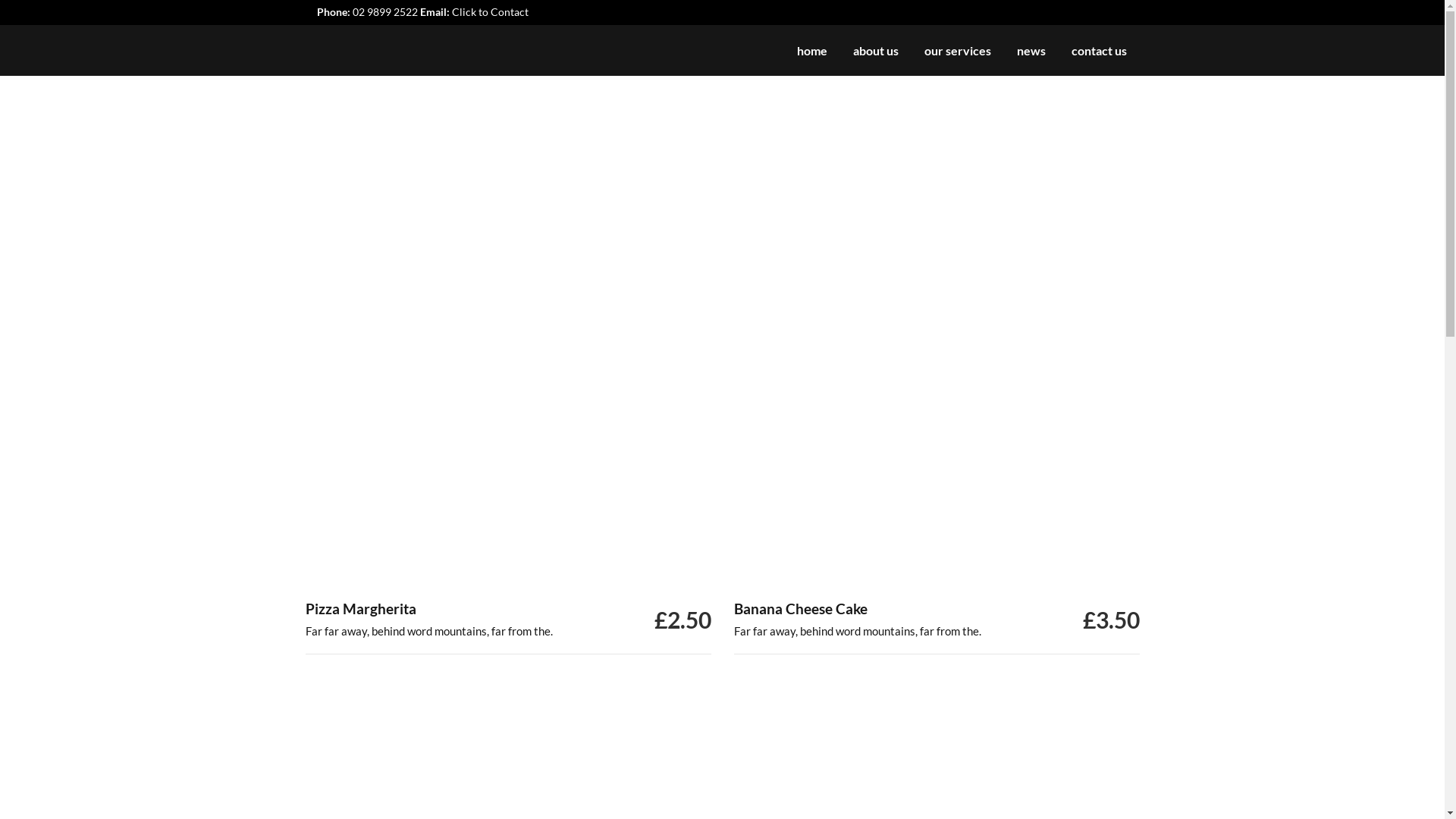 The image size is (1456, 819). Describe the element at coordinates (490, 11) in the screenshot. I see `'Click to Contact'` at that location.